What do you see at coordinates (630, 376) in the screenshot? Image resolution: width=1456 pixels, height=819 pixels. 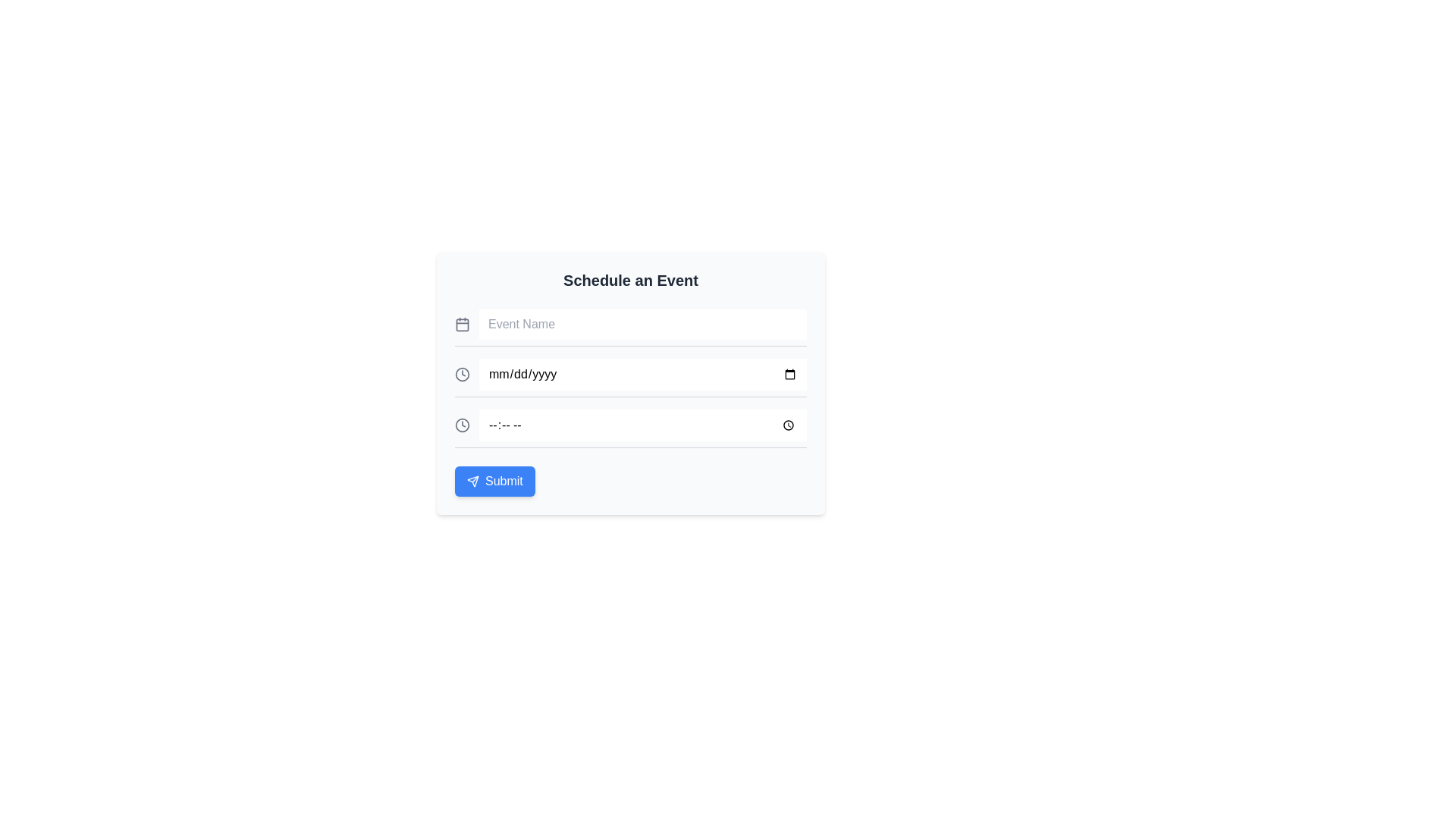 I see `the Date input field within the 'Schedule an Event' form` at bounding box center [630, 376].